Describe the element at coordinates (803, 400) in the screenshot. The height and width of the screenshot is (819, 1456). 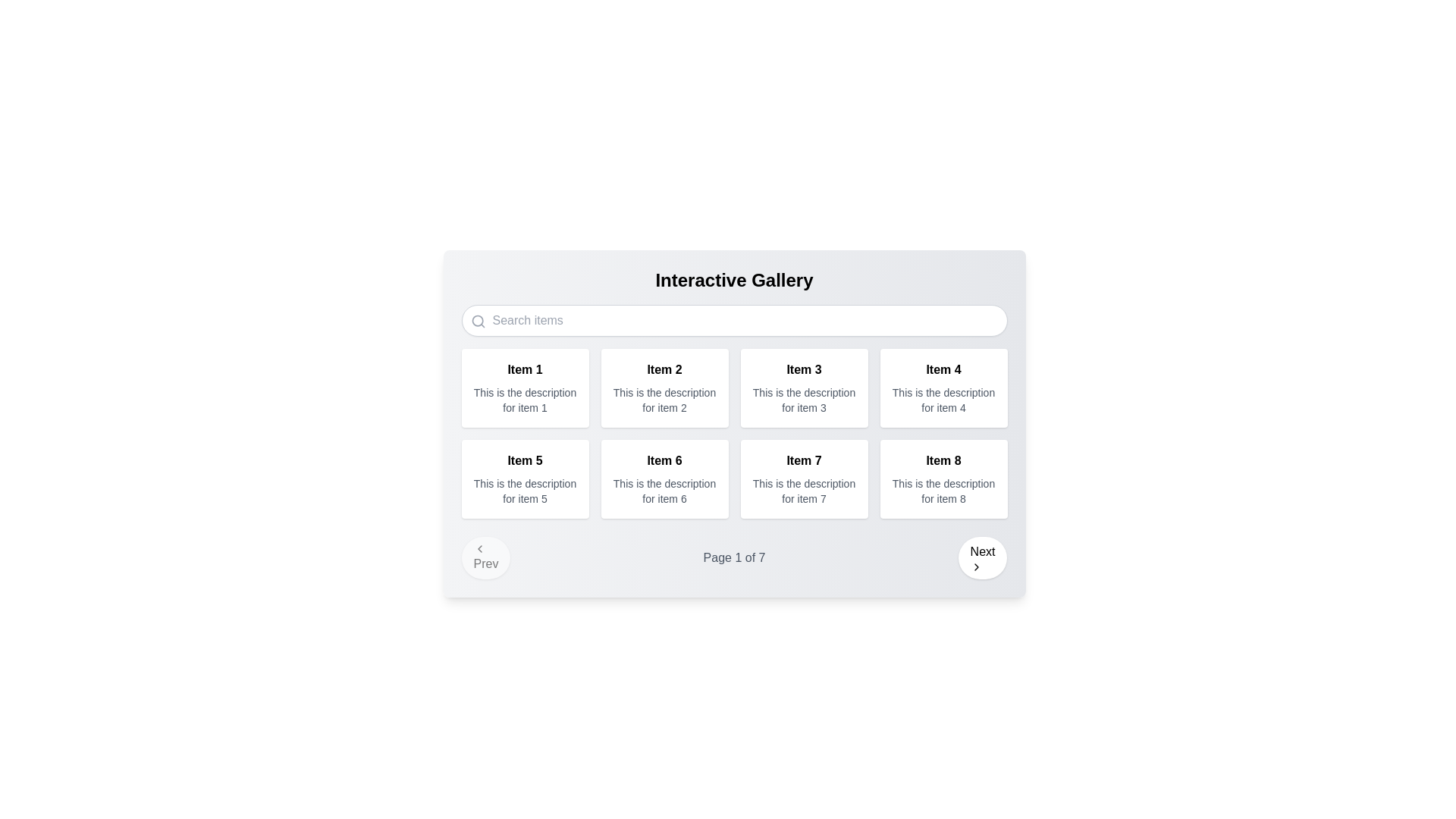
I see `informational text label that states 'This is the description for item 3,' which is located below the title 'Item 3' in the gallery interface` at that location.